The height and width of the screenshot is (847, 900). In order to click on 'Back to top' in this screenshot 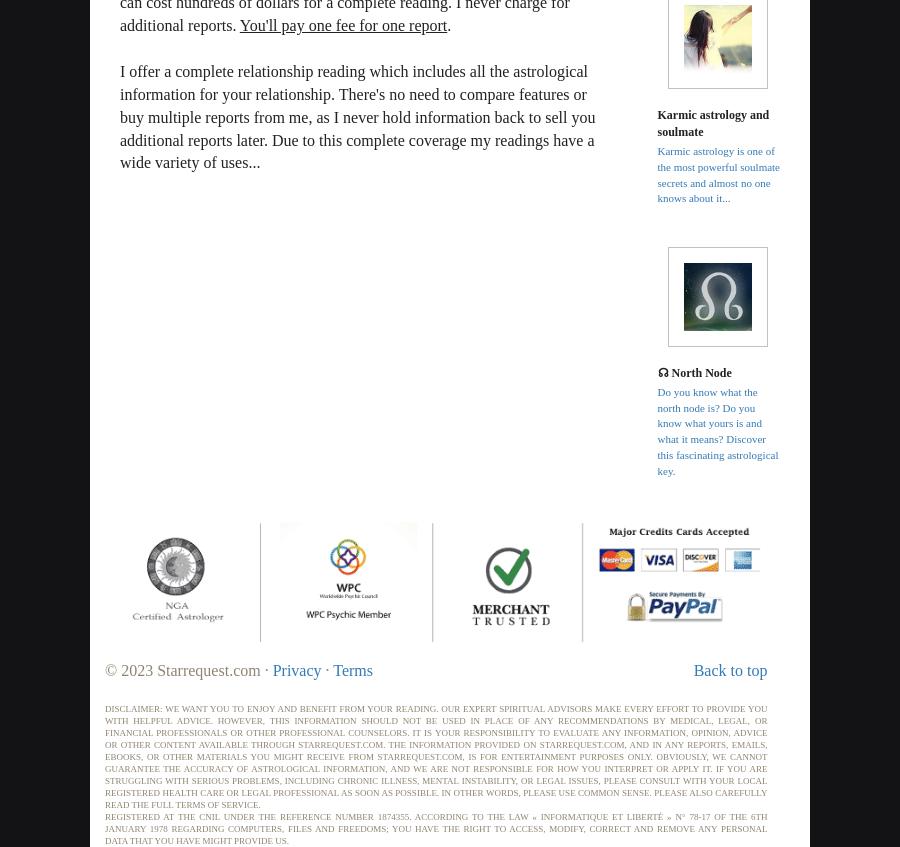, I will do `click(692, 669)`.